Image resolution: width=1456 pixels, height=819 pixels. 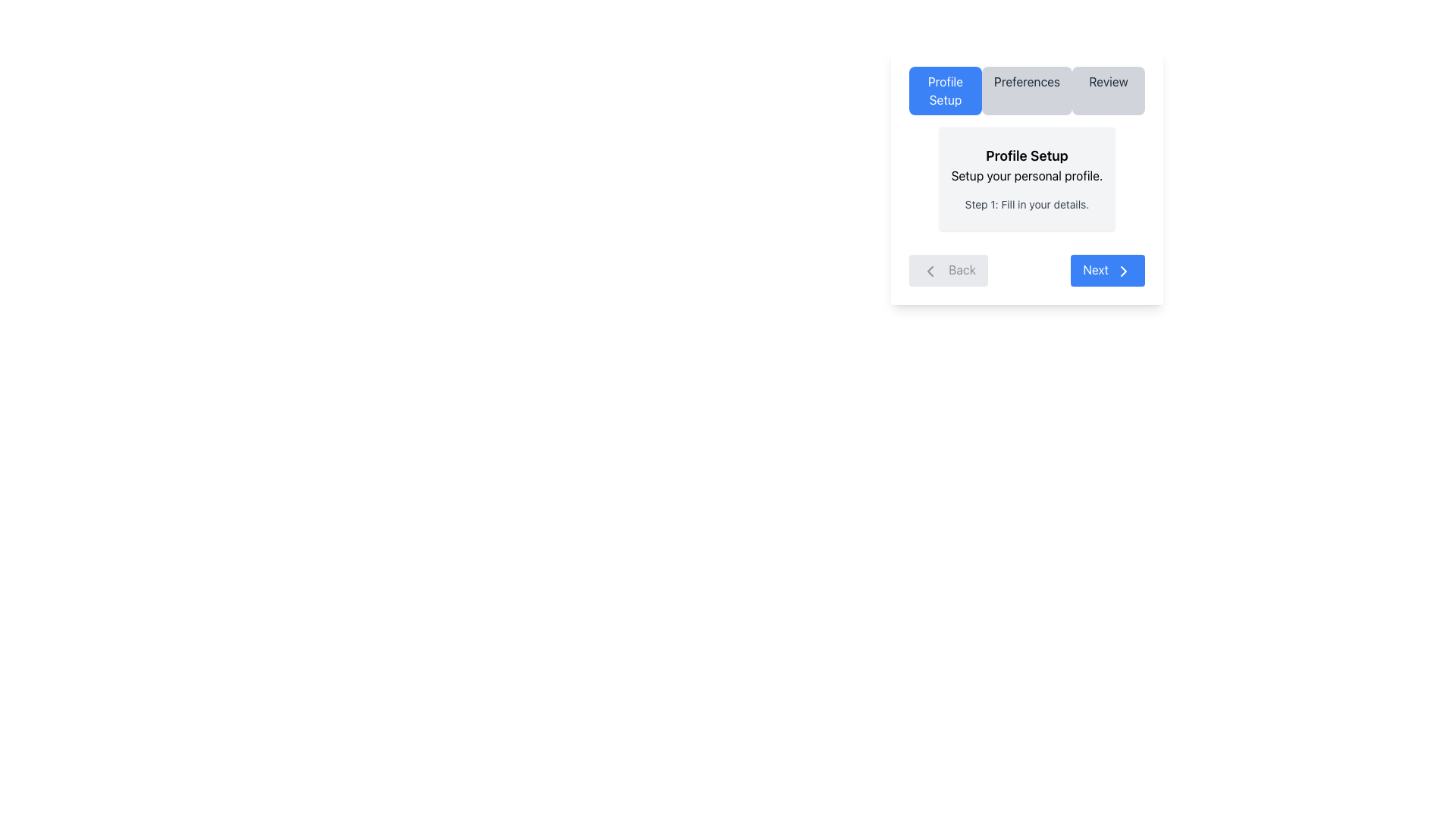 I want to click on the 'Next' button located near the bottom-right of the interface to proceed to the next step in the navigation flow, so click(x=1108, y=269).